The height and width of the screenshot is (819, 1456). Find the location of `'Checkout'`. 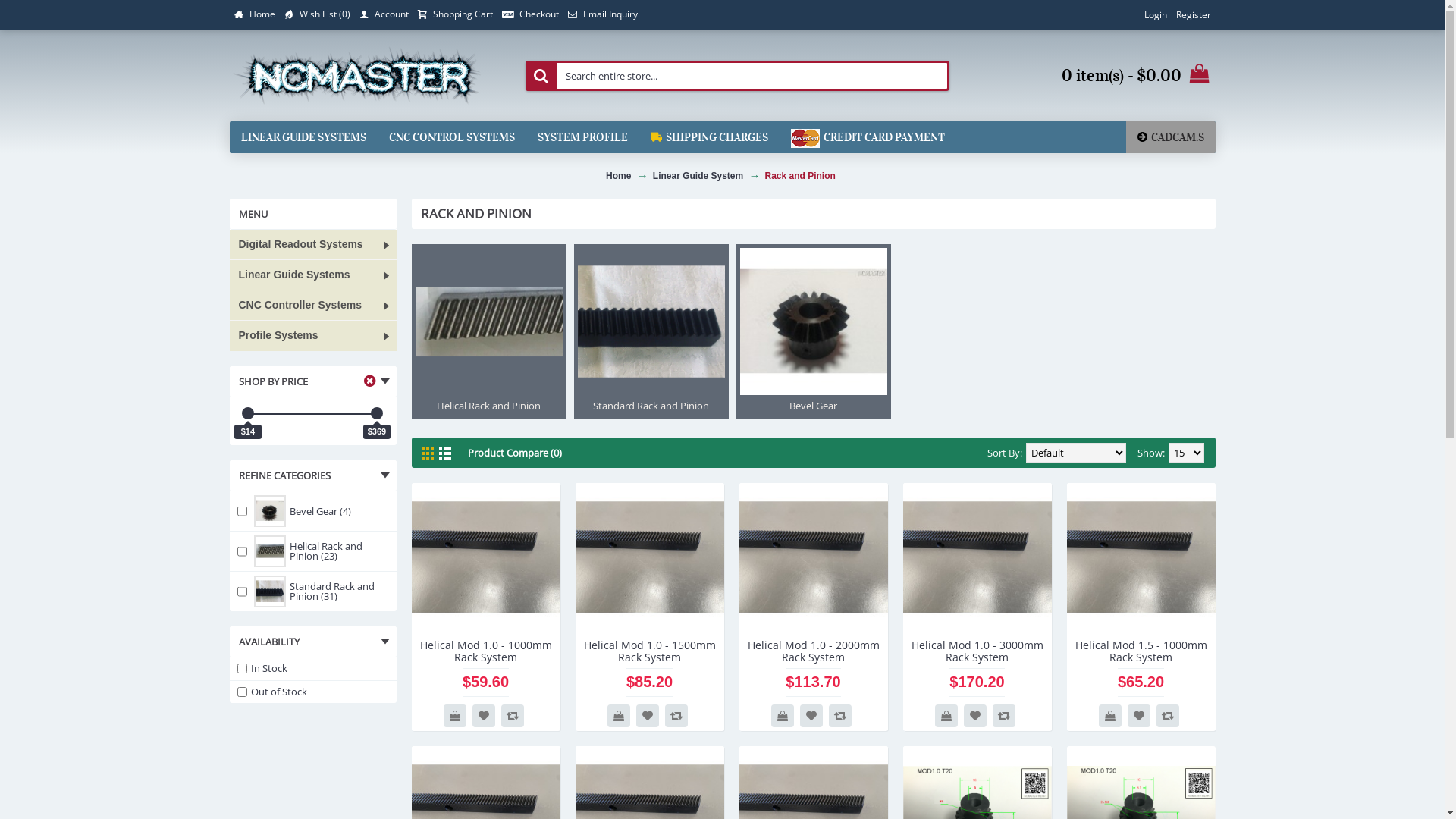

'Checkout' is located at coordinates (497, 14).